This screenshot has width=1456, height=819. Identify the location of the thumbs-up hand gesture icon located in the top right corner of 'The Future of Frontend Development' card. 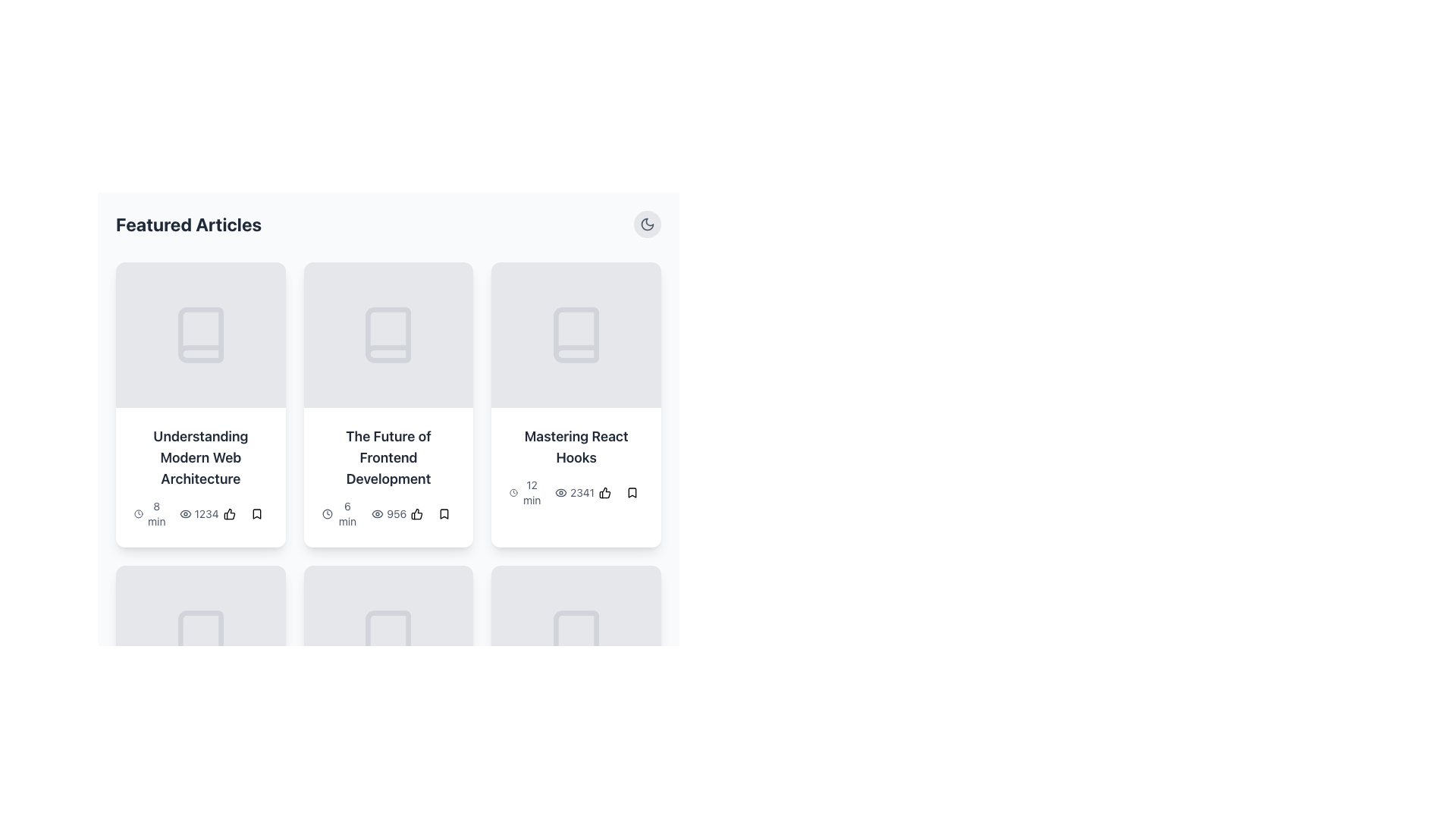
(417, 513).